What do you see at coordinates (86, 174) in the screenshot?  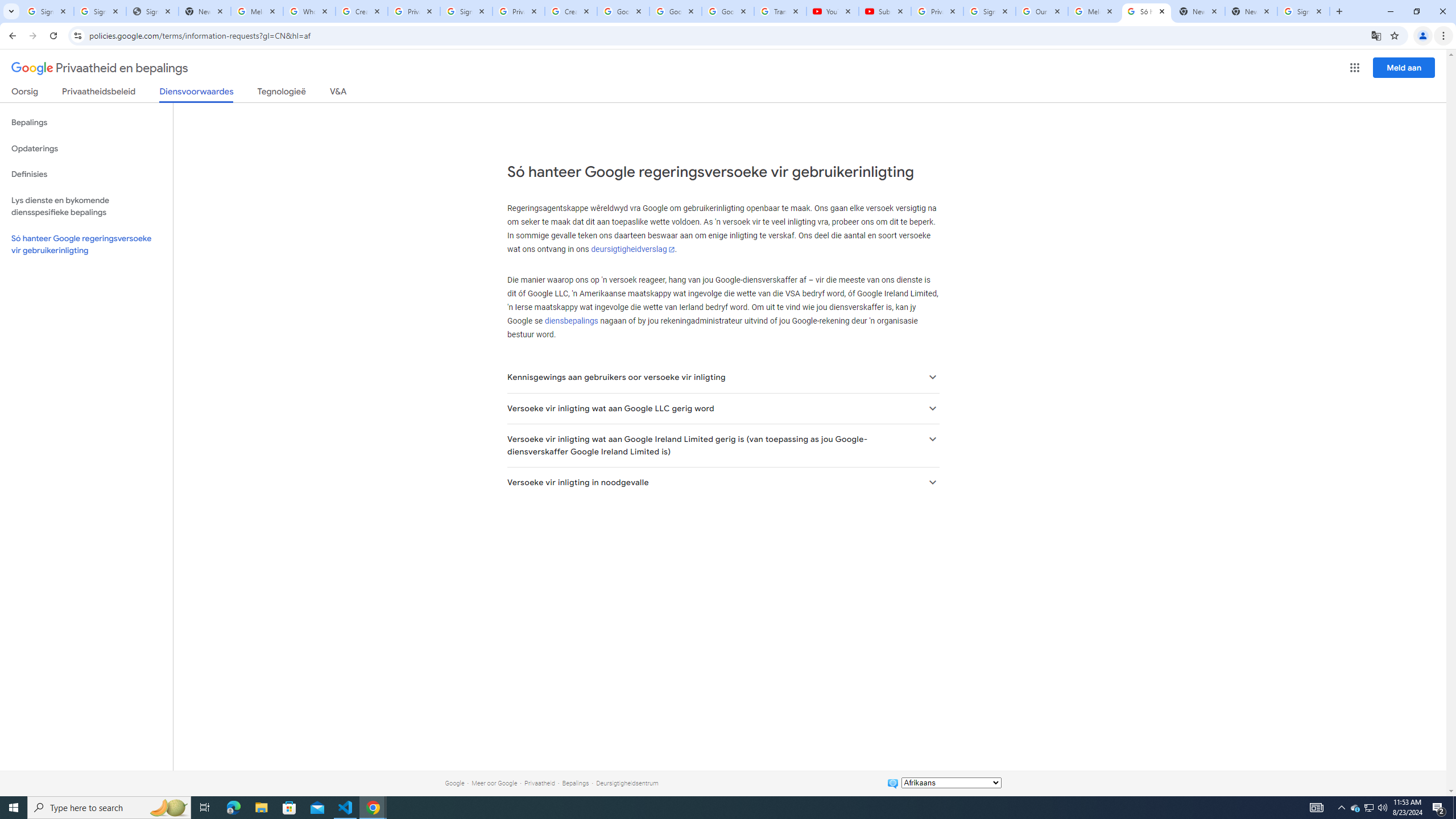 I see `'Definisies'` at bounding box center [86, 174].